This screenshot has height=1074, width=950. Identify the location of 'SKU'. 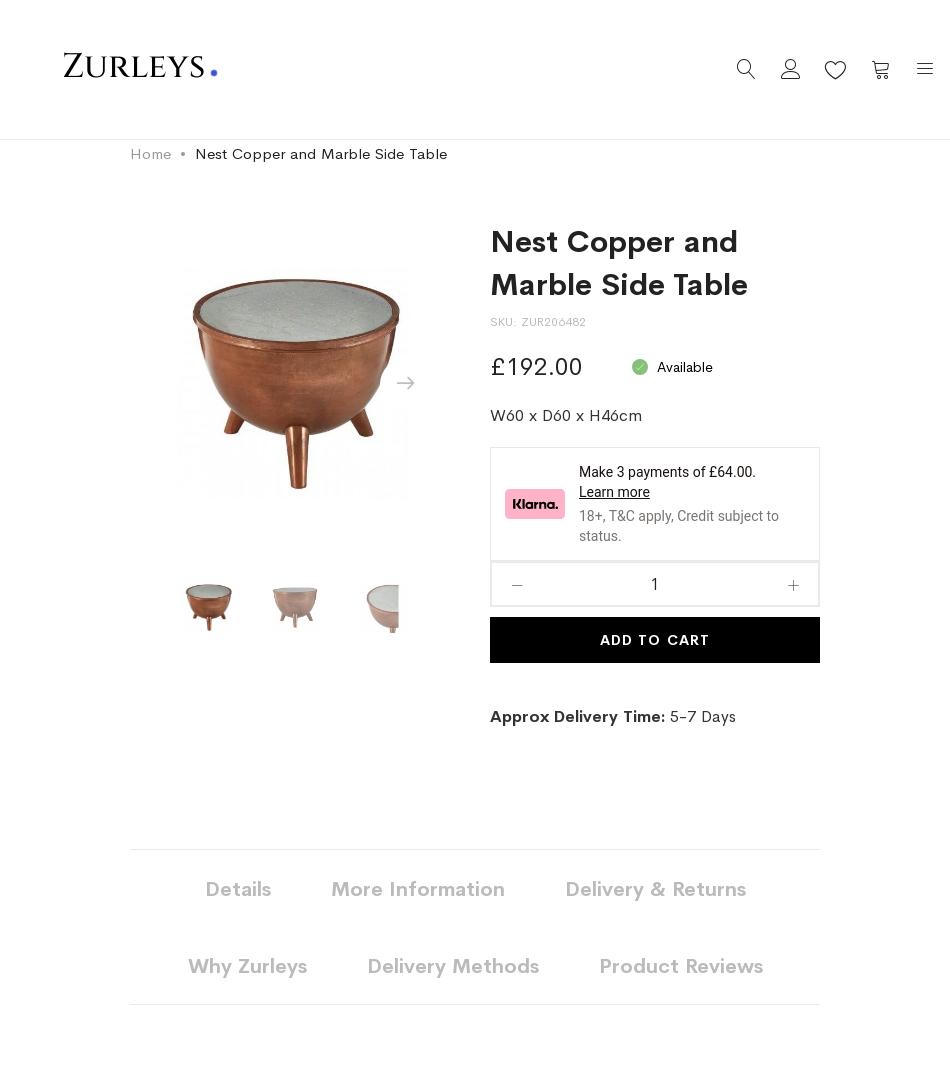
(501, 321).